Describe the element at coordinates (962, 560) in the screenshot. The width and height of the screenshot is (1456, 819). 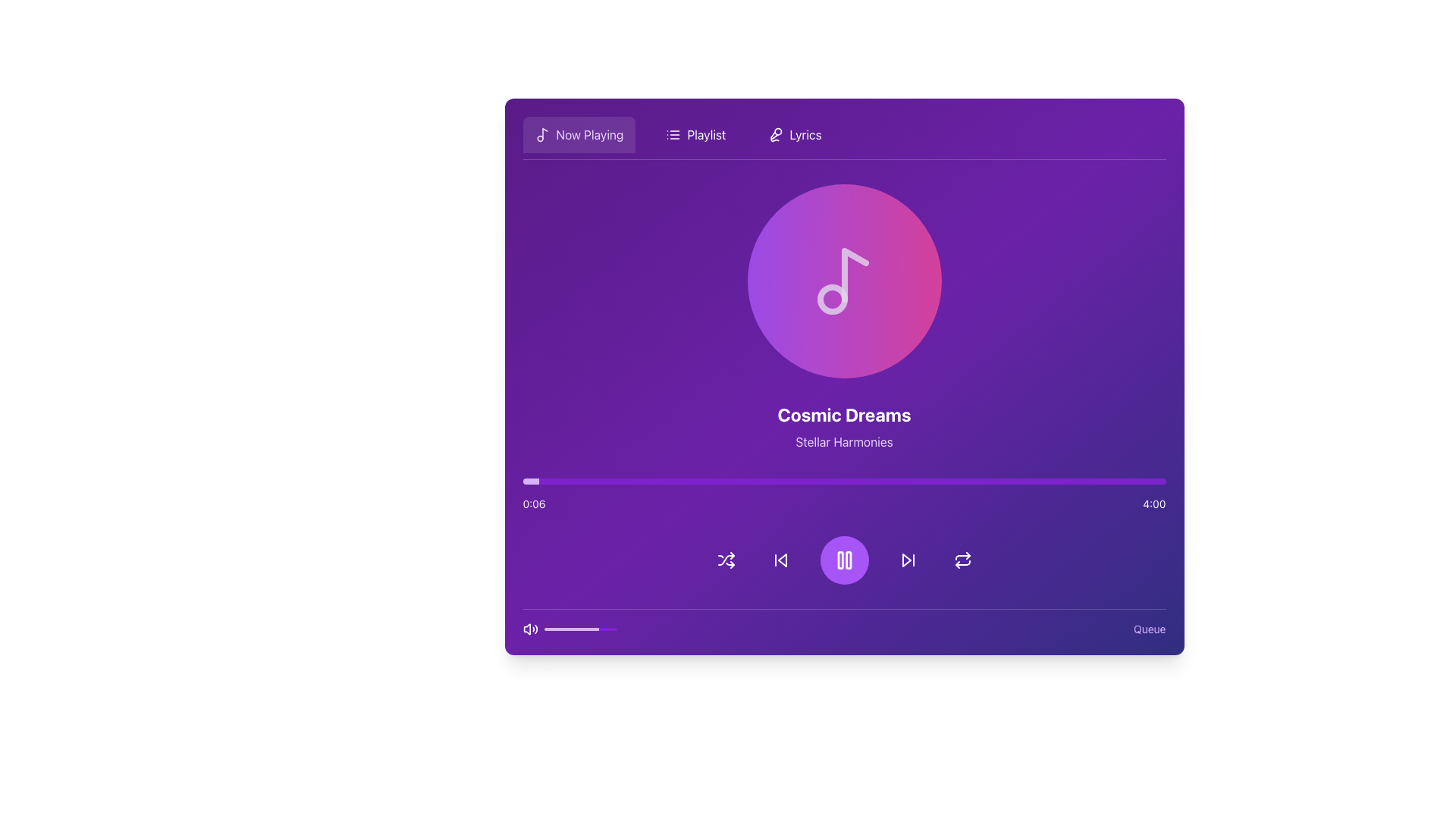
I see `the circular 'repeat' button on the control bar at the bottom right` at that location.